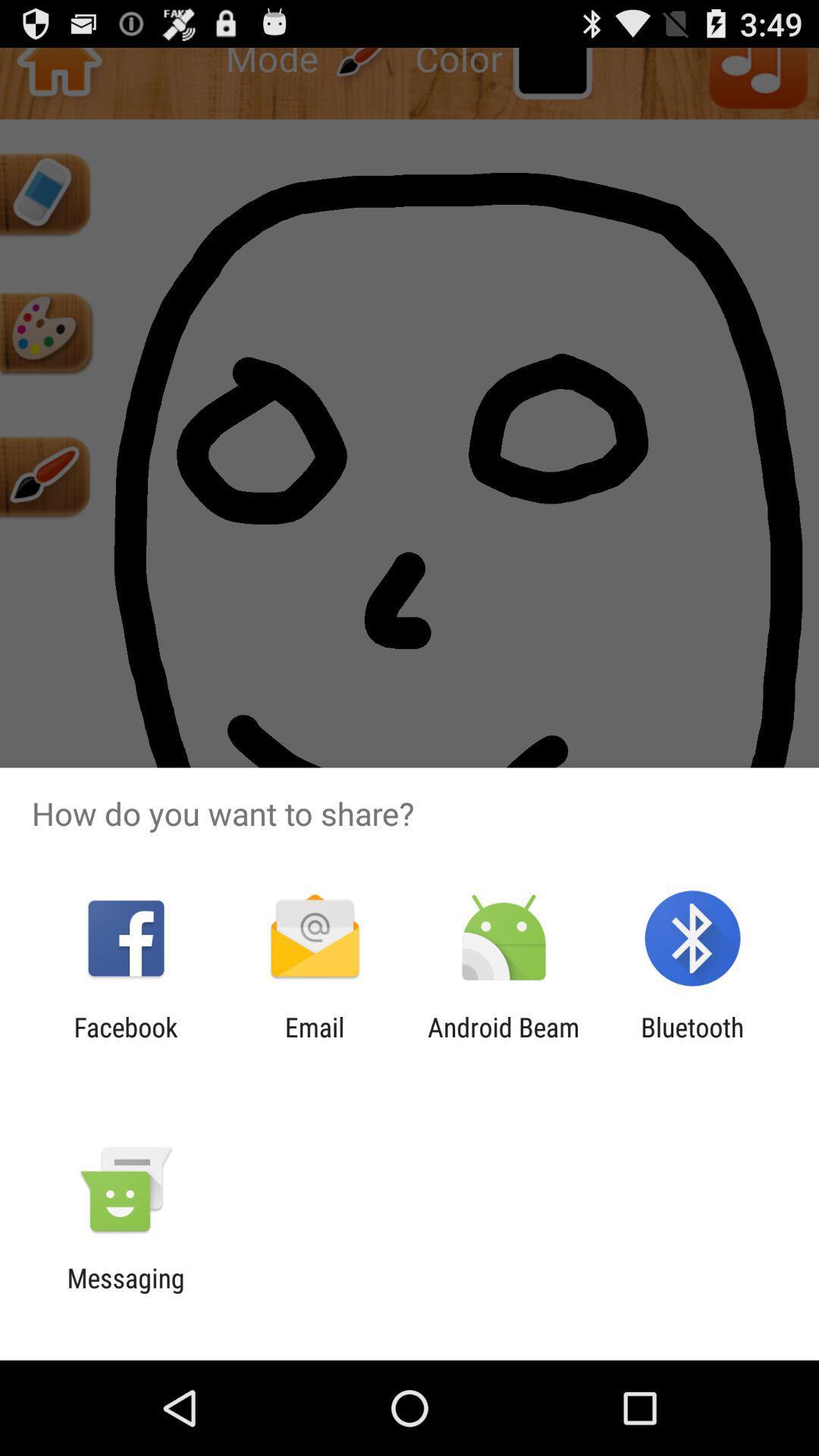 The image size is (819, 1456). Describe the element at coordinates (125, 1293) in the screenshot. I see `the messaging item` at that location.